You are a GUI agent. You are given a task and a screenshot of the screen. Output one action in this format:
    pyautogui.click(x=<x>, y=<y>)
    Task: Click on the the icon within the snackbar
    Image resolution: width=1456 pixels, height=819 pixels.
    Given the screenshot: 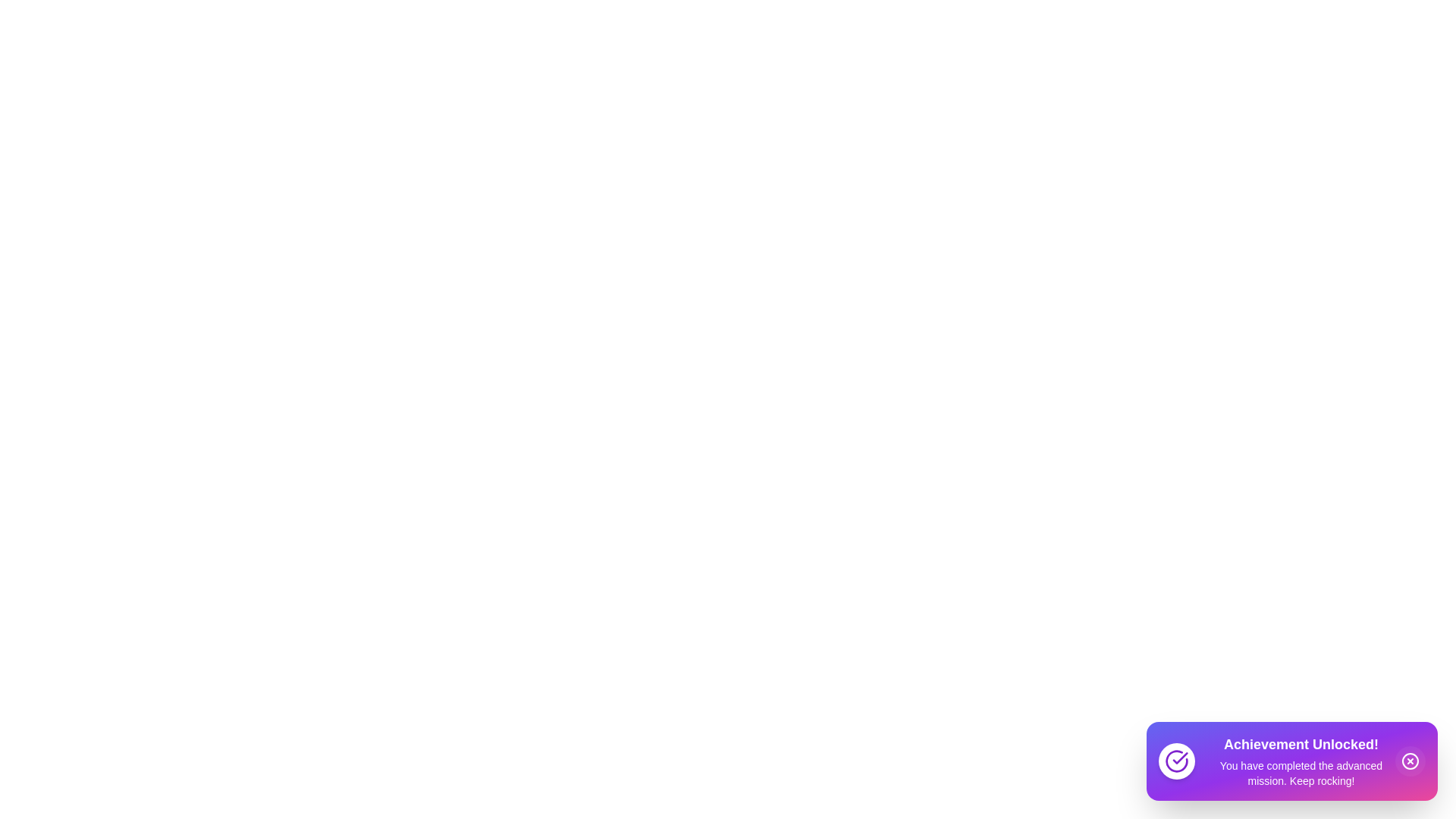 What is the action you would take?
    pyautogui.click(x=1175, y=761)
    